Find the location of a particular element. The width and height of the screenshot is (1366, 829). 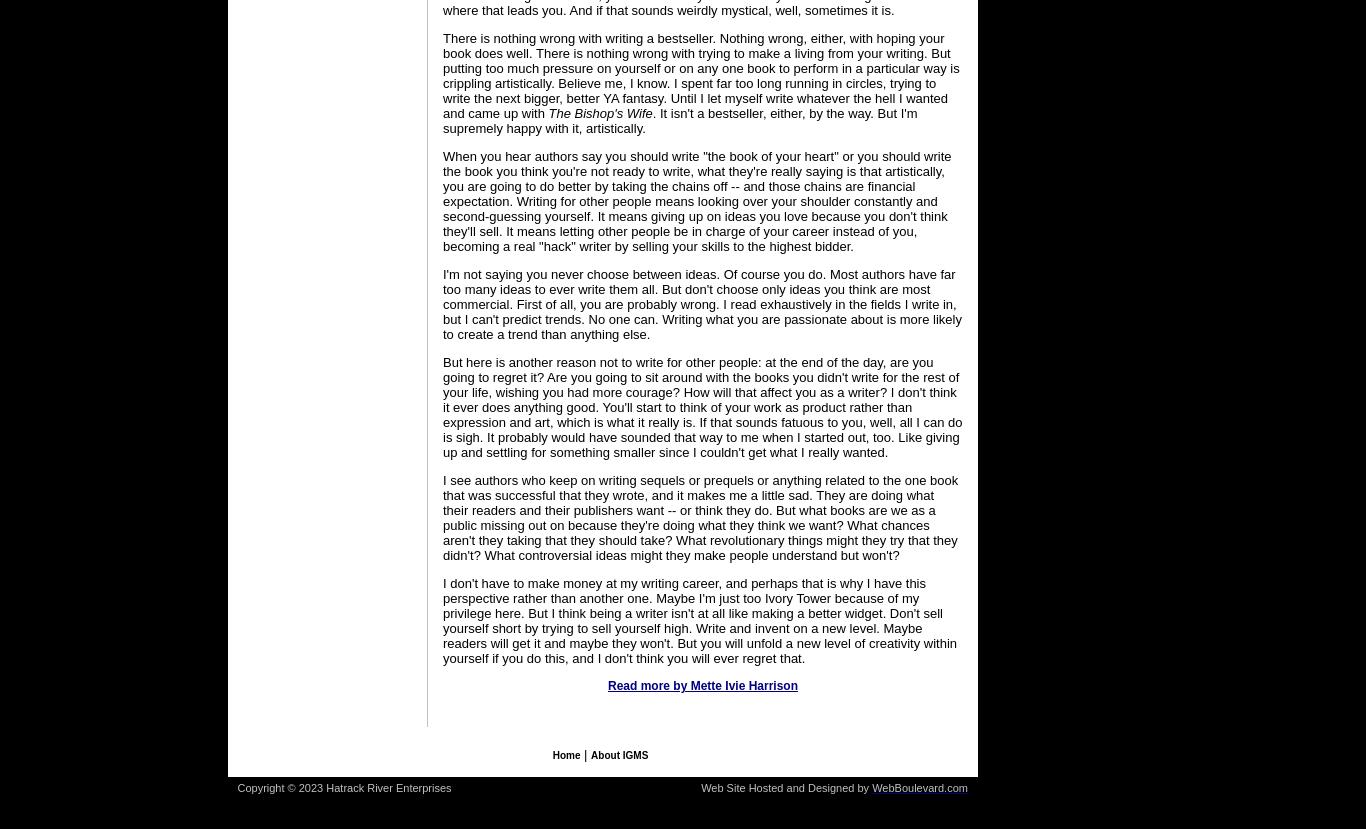

'I'm not saying you never choose between ideas. Of course you do. Most authors
have far too many ideas to ever write them all. But don't choose only ideas you
think are most commercial. First of all, you are probably wrong. I read
exhaustively in the fields I write in, but I can't predict trends. No one can. Writing
what you are passionate about is more likely to create a trend than anything else.' is located at coordinates (701, 304).